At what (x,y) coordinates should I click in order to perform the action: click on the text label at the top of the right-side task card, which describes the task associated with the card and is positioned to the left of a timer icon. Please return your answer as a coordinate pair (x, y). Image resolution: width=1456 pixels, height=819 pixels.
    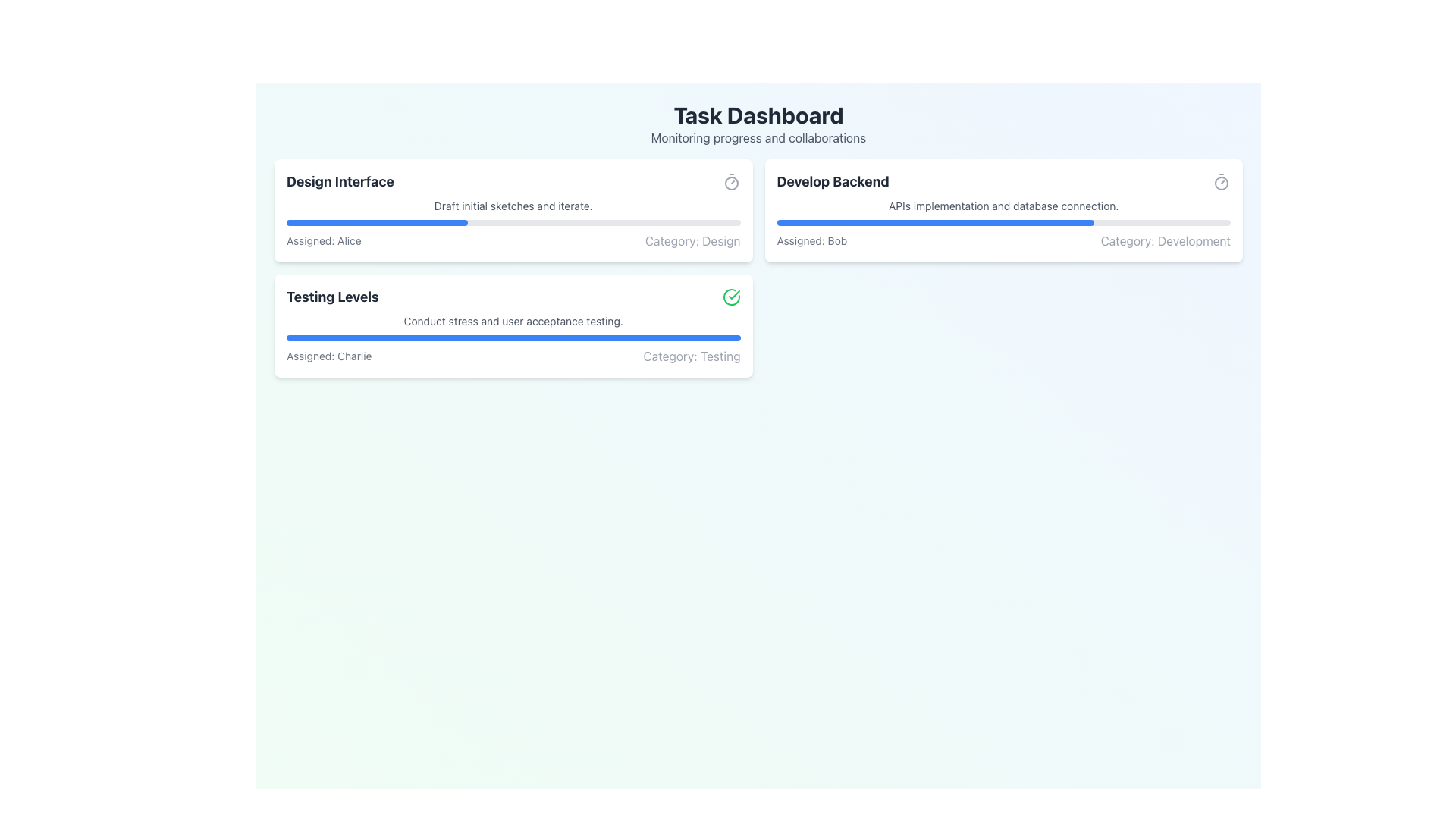
    Looking at the image, I should click on (832, 180).